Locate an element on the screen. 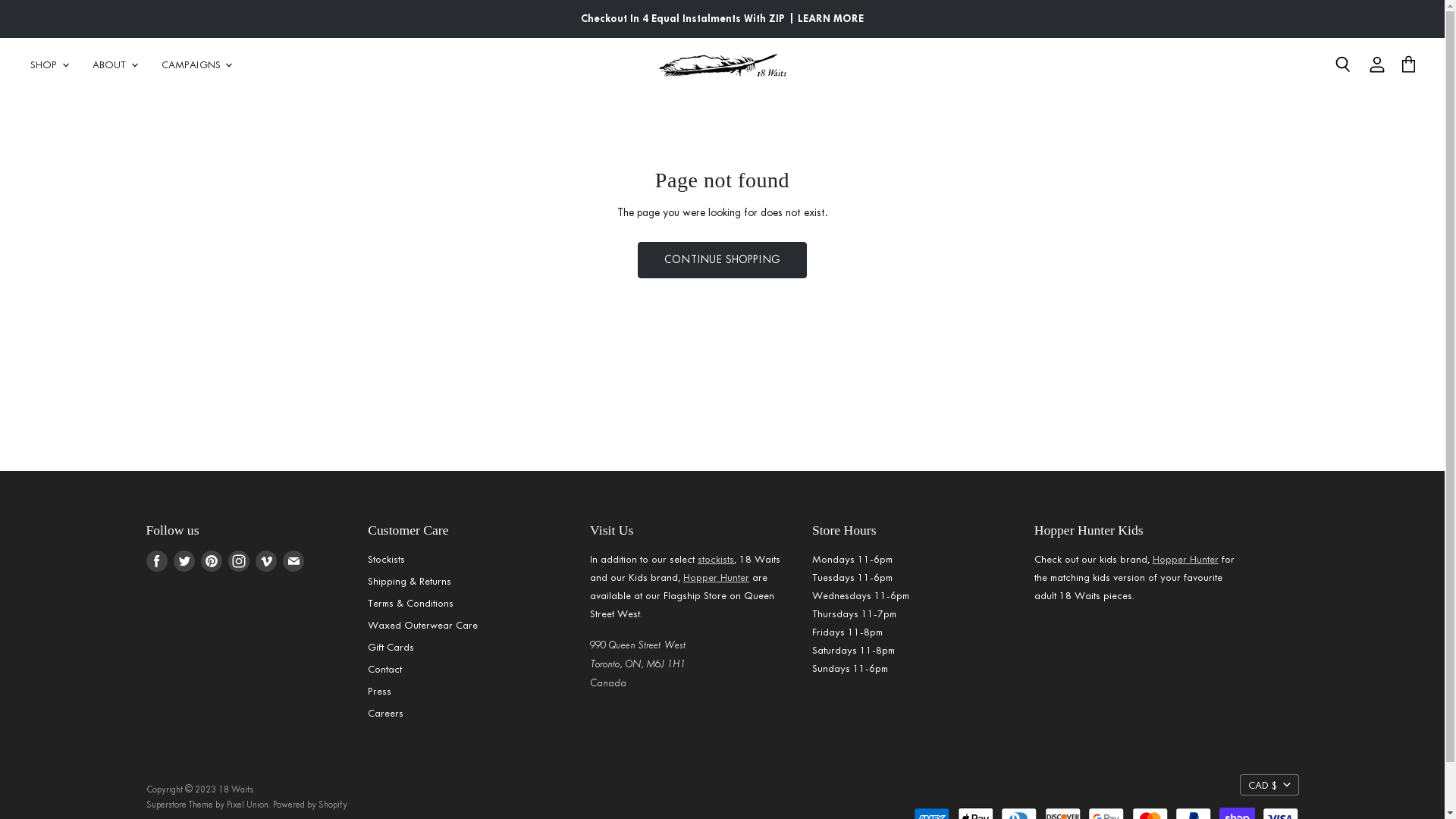 Image resolution: width=1456 pixels, height=819 pixels. 'stockists' is located at coordinates (715, 559).